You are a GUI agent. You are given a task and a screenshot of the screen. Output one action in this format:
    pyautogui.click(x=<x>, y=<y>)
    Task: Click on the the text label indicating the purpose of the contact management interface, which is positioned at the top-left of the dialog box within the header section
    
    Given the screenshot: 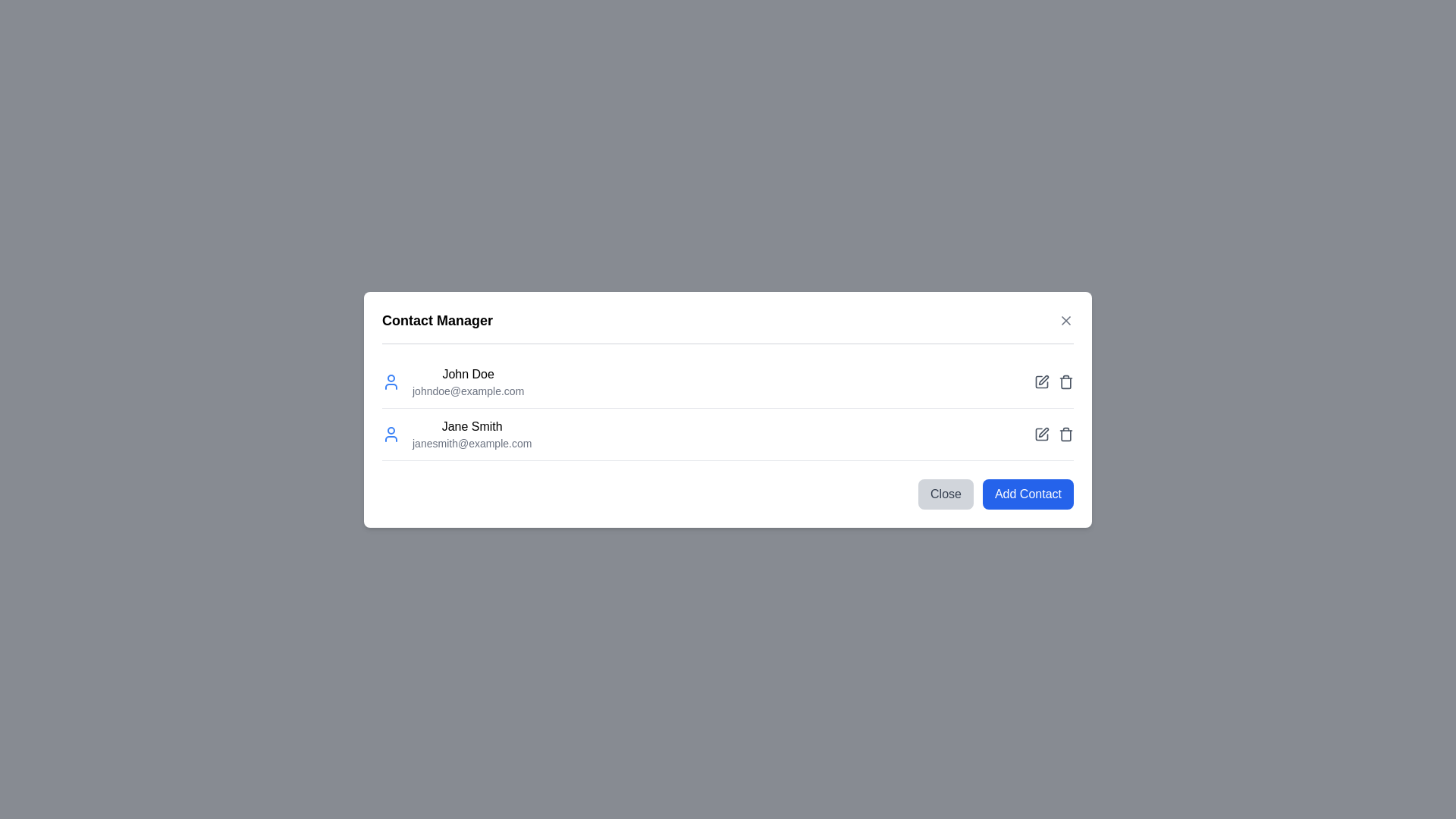 What is the action you would take?
    pyautogui.click(x=436, y=319)
    